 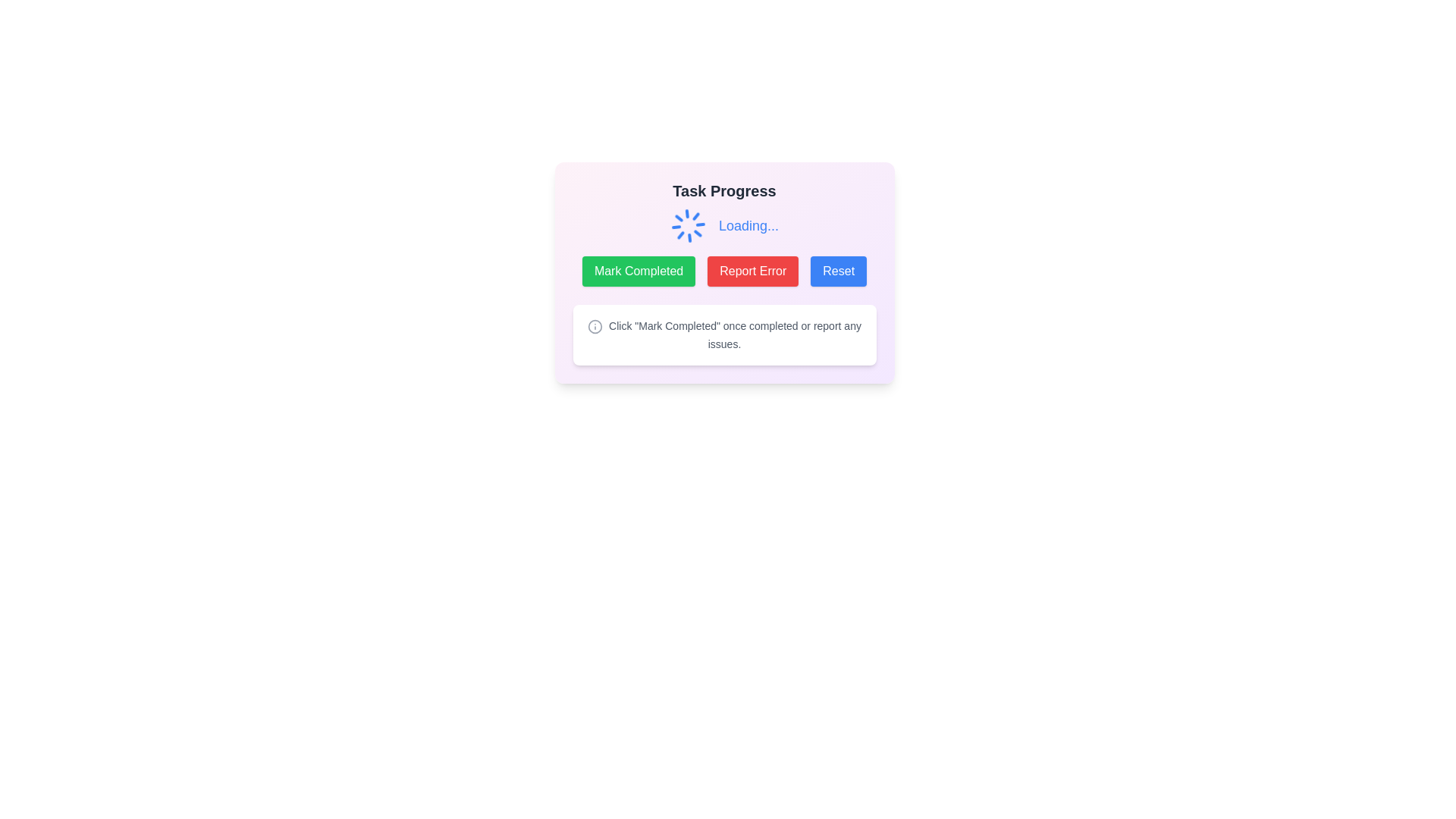 I want to click on the 'Reset' button, which is a rectangular button with white text on a blue background, styled with rounded corners and shadow, positioned below a spinner and 'Loading...' text, so click(x=838, y=271).